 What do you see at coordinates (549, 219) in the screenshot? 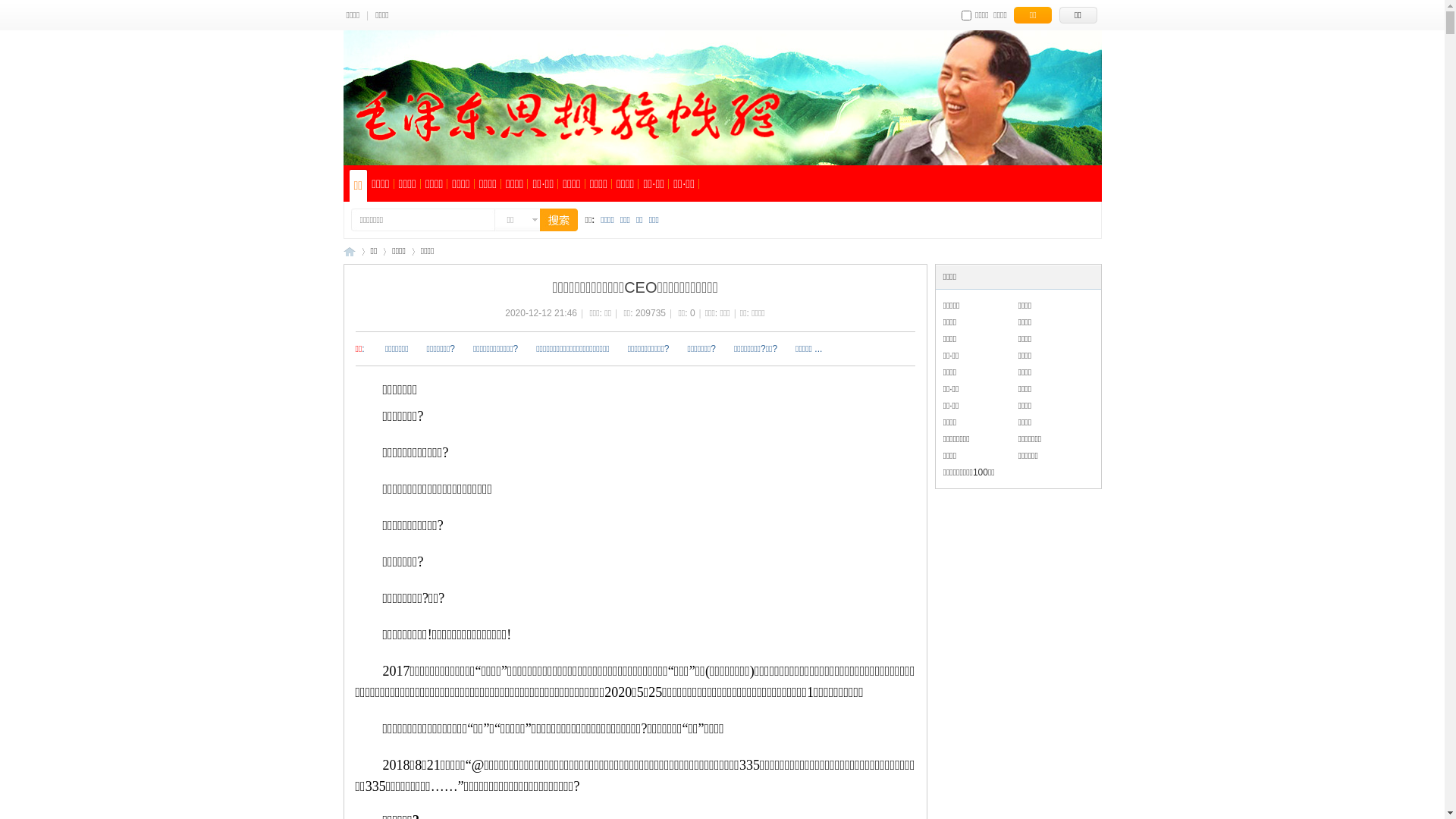
I see `'true'` at bounding box center [549, 219].